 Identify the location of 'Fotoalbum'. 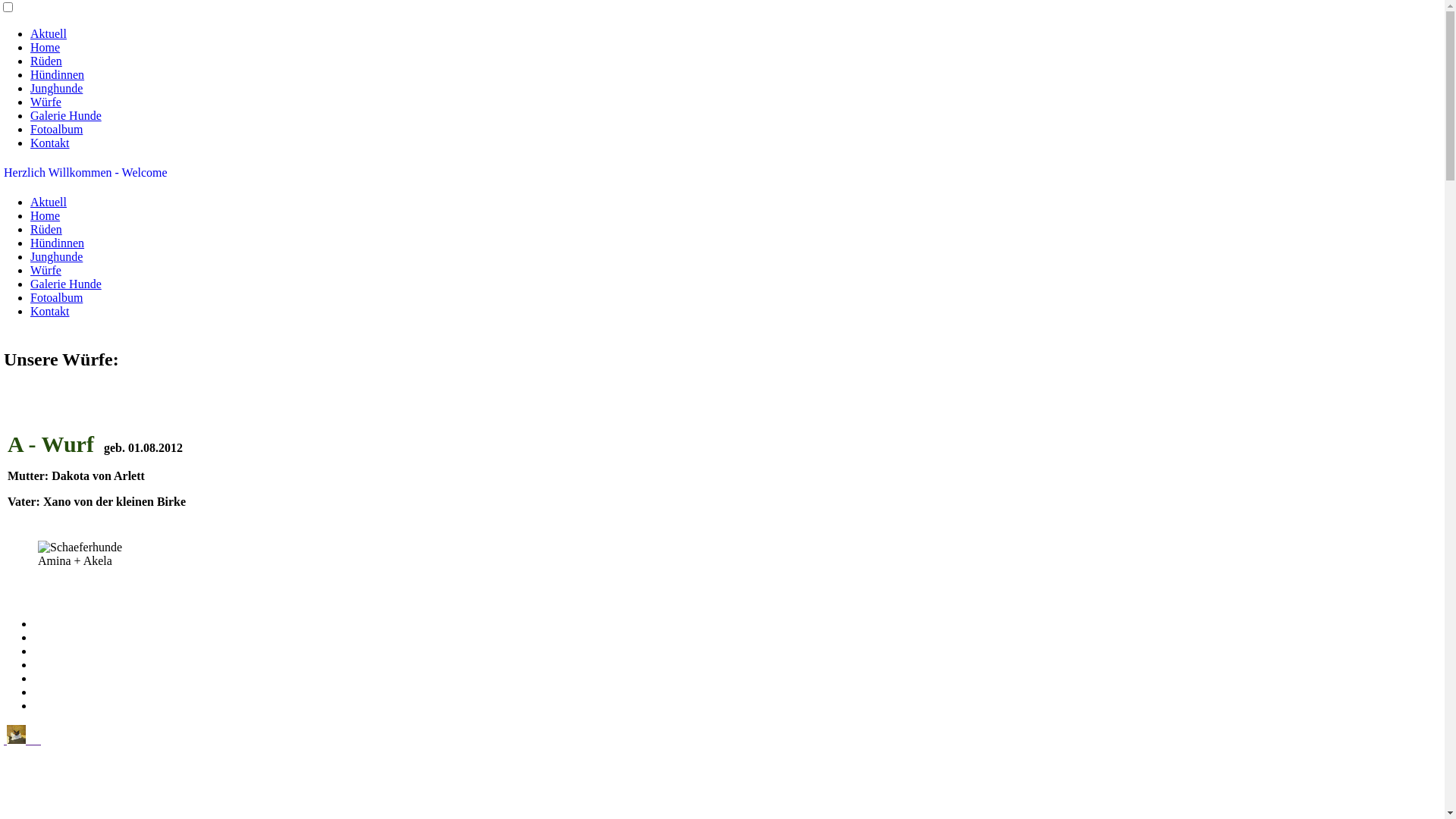
(56, 128).